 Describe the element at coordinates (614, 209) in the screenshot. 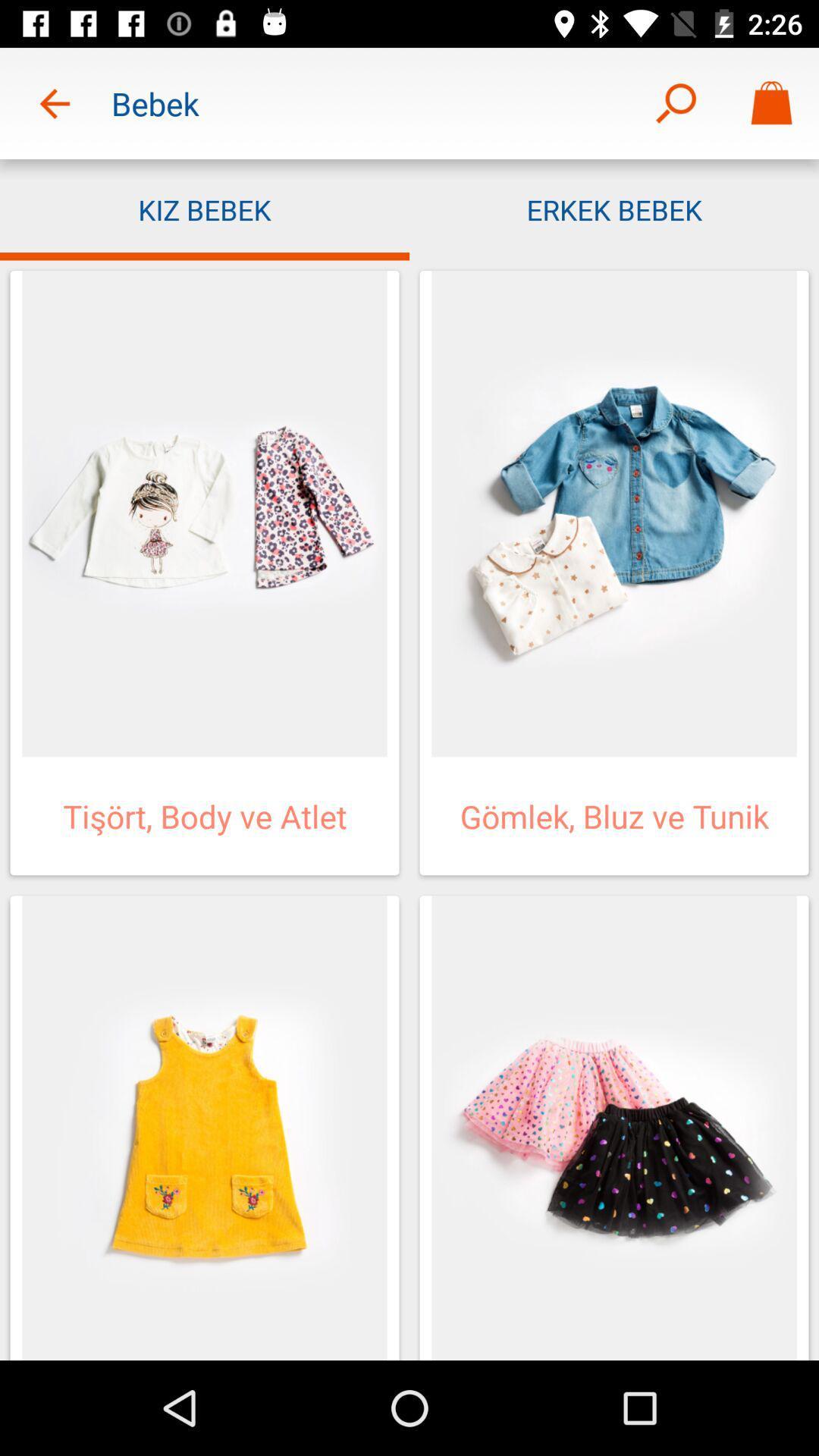

I see `the erkek bebek app` at that location.